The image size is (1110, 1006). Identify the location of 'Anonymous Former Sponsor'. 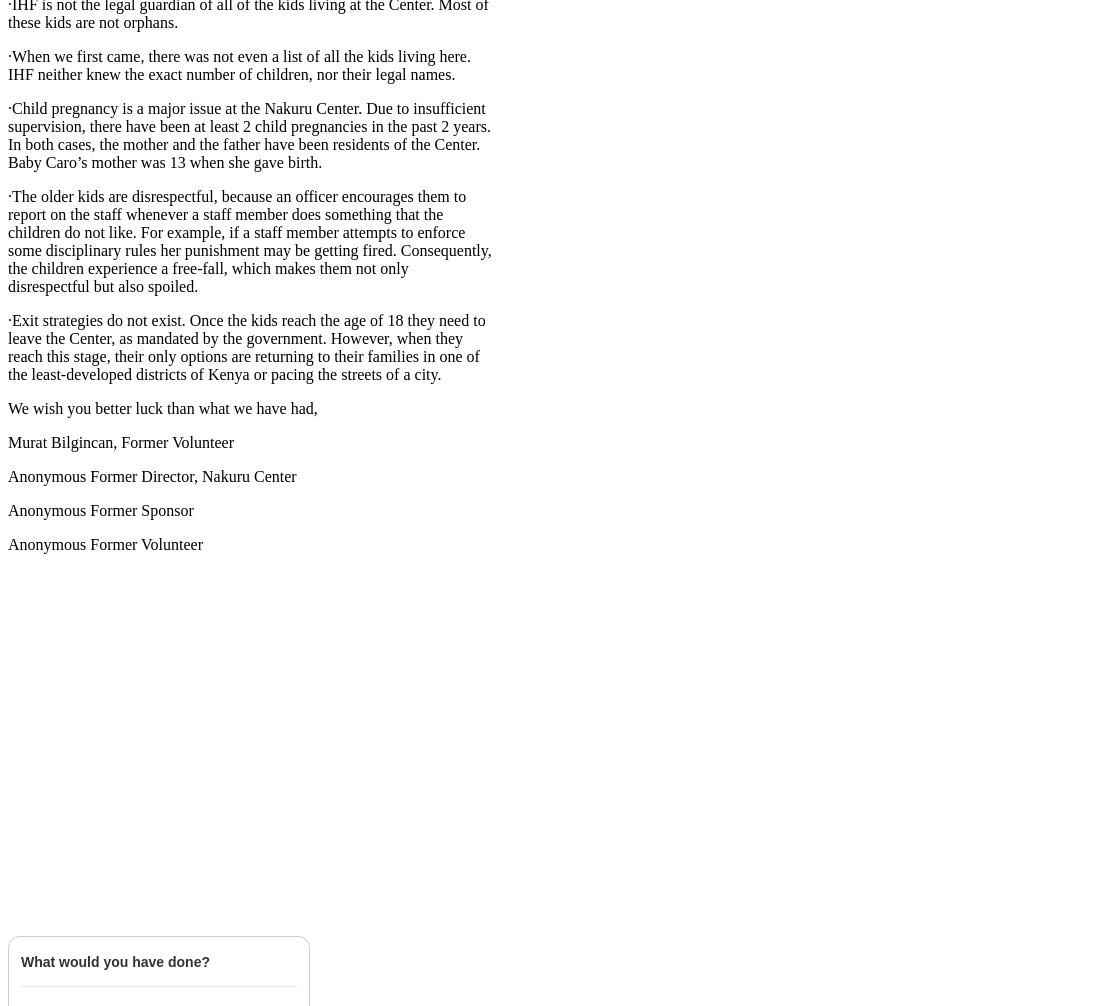
(99, 509).